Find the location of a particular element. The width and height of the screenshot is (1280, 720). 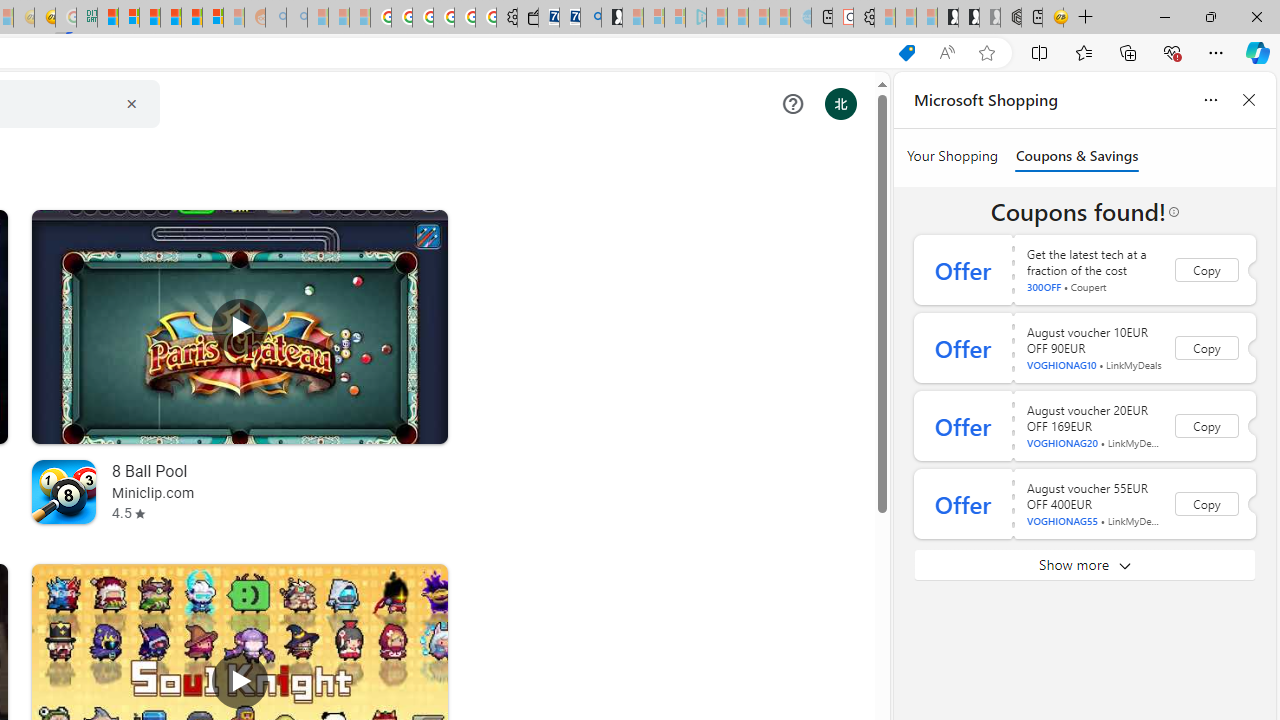

'Read aloud this page (Ctrl+Shift+U)' is located at coordinates (945, 52).